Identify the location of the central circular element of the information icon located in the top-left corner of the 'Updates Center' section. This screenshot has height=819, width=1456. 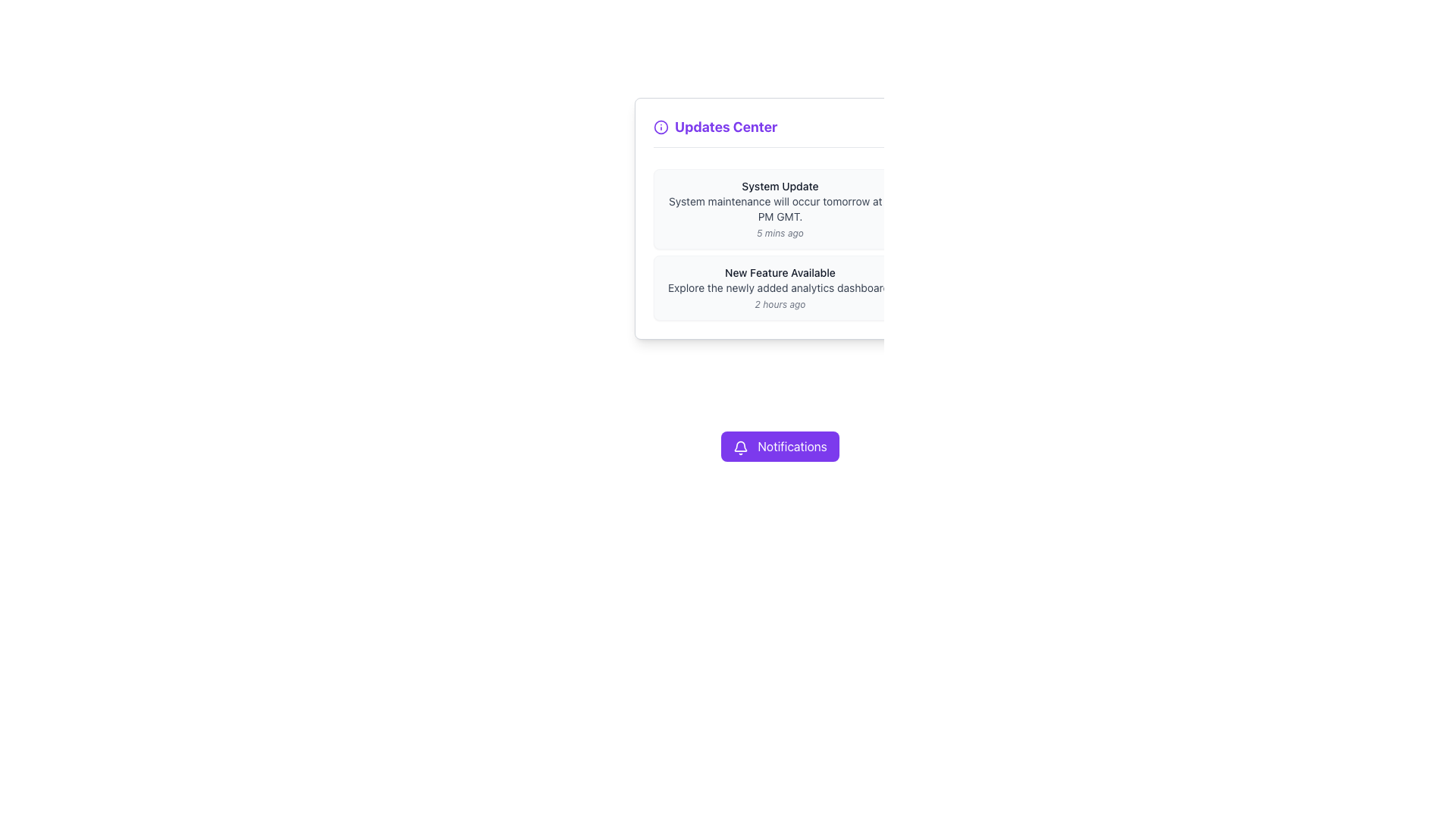
(661, 127).